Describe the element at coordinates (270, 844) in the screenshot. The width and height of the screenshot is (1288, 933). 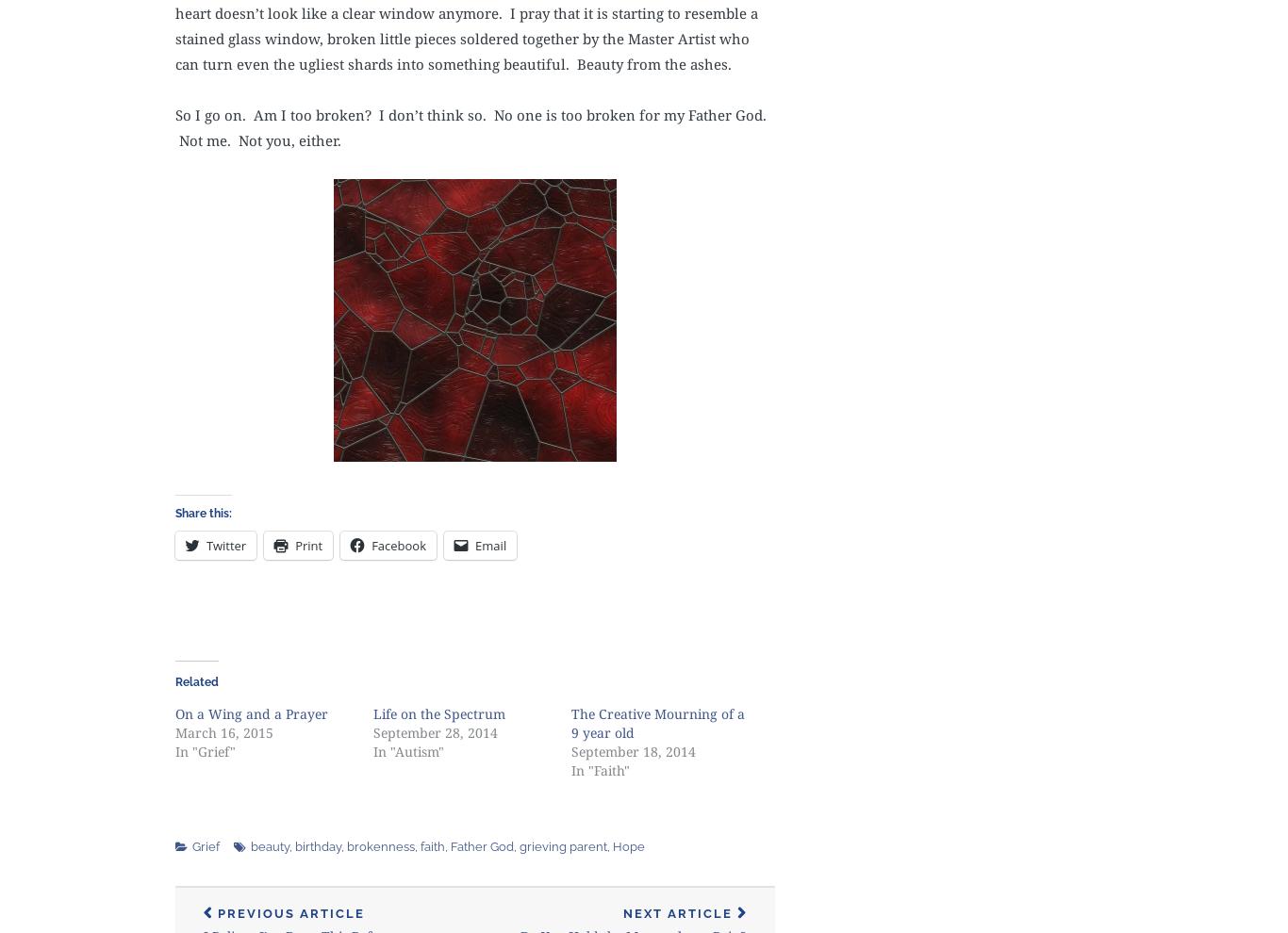
I see `'beauty'` at that location.